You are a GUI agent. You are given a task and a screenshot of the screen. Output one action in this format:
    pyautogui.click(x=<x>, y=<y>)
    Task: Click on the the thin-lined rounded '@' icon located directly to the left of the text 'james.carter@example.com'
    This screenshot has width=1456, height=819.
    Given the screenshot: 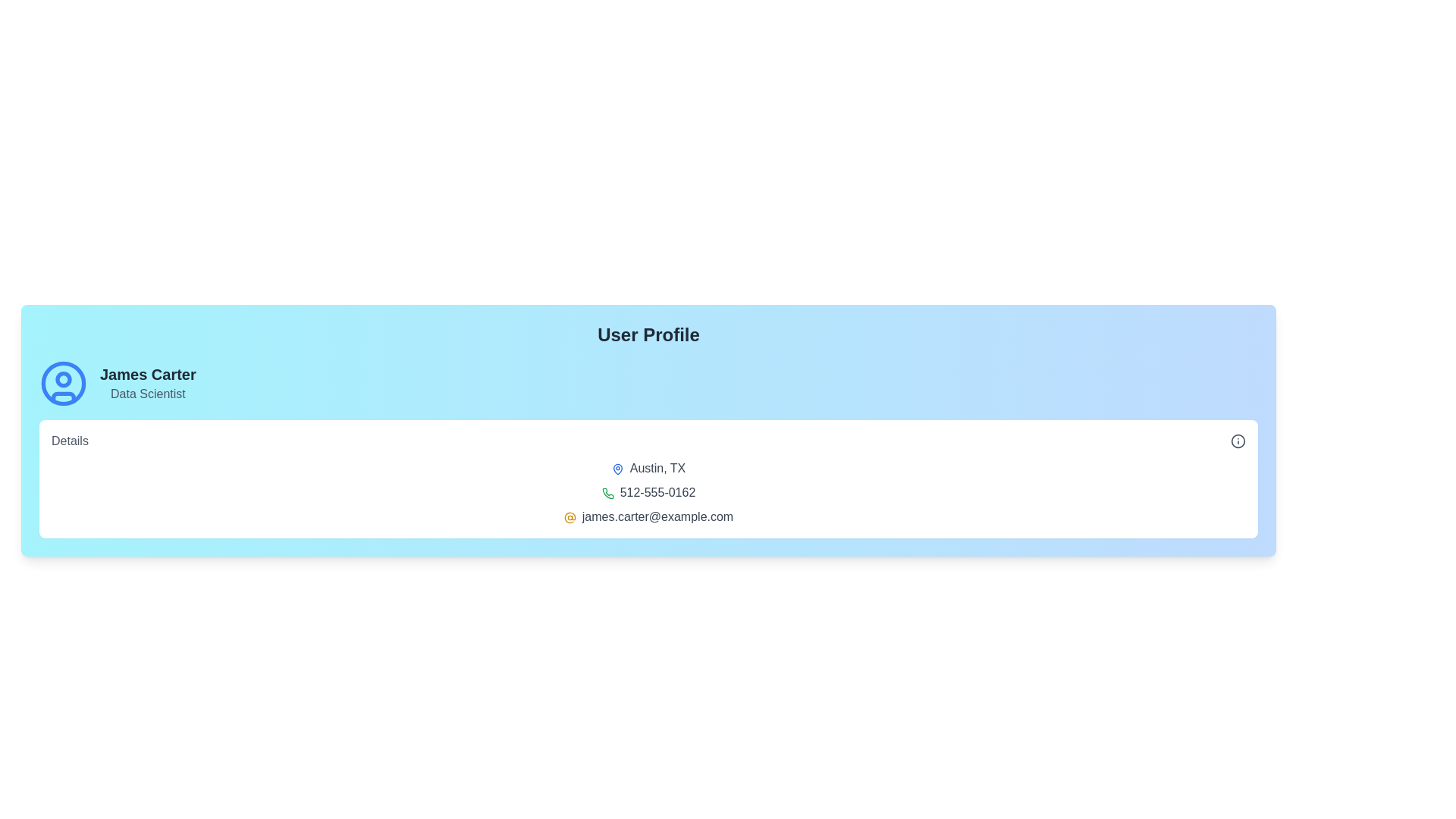 What is the action you would take?
    pyautogui.click(x=569, y=516)
    